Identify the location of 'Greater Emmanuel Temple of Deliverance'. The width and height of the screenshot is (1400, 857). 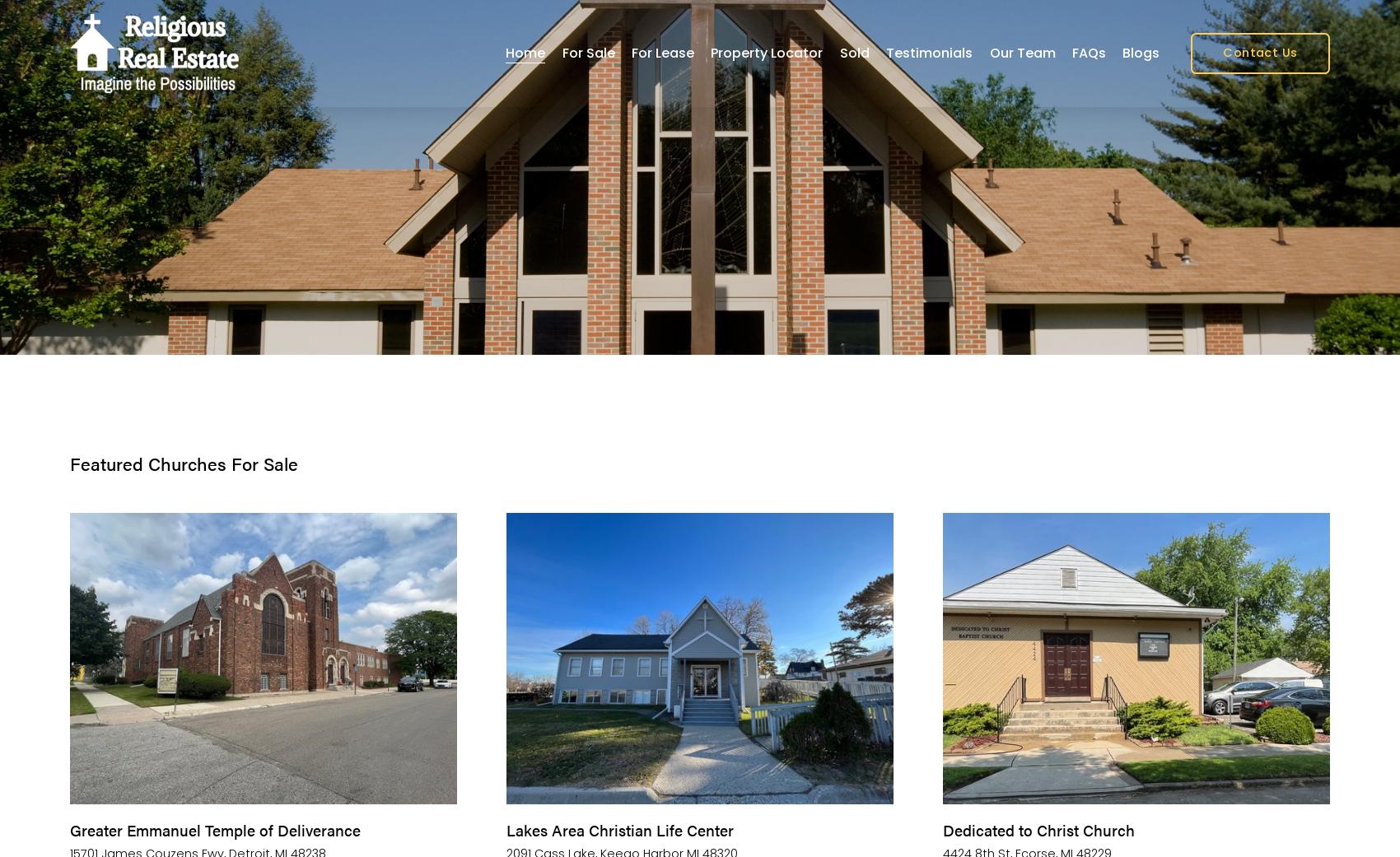
(215, 828).